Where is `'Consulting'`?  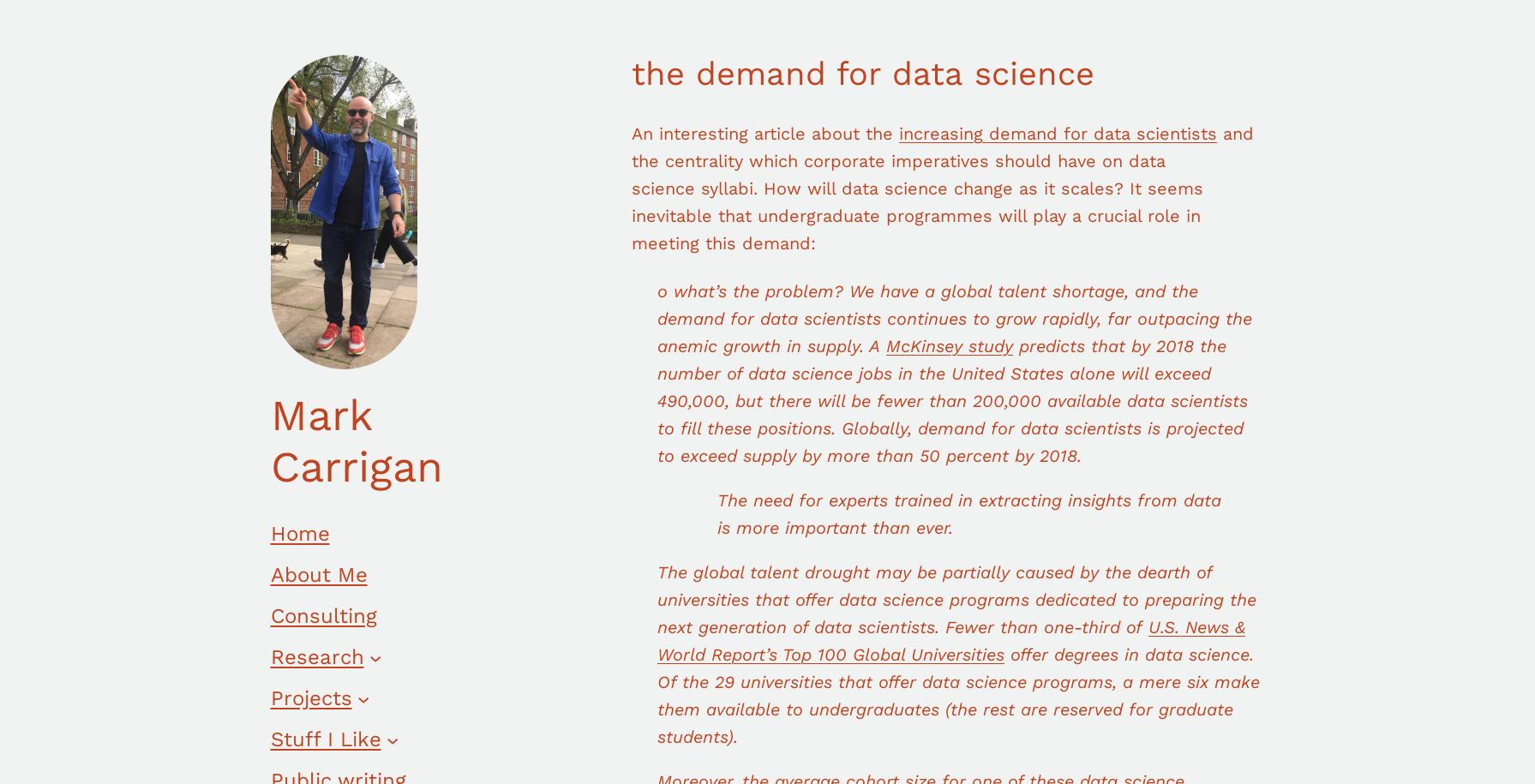
'Consulting' is located at coordinates (323, 616).